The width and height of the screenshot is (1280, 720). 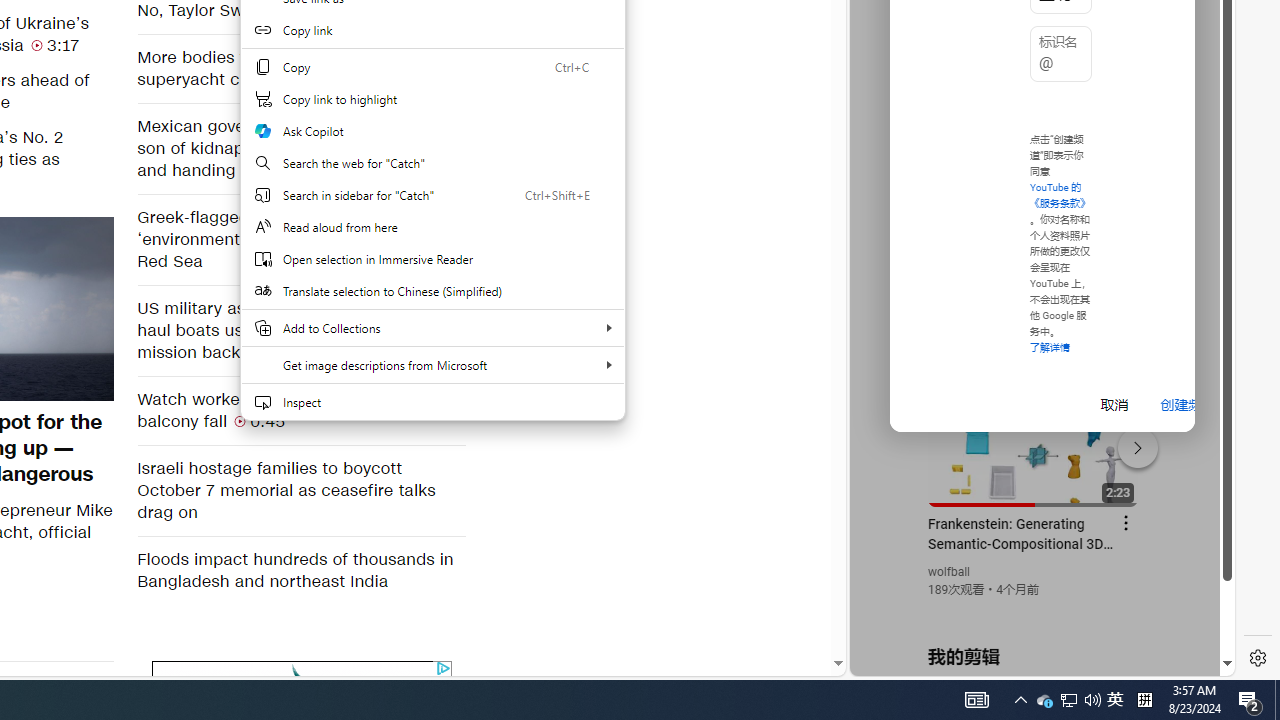 I want to click on 'Get image descriptions from Microsoft', so click(x=431, y=365).